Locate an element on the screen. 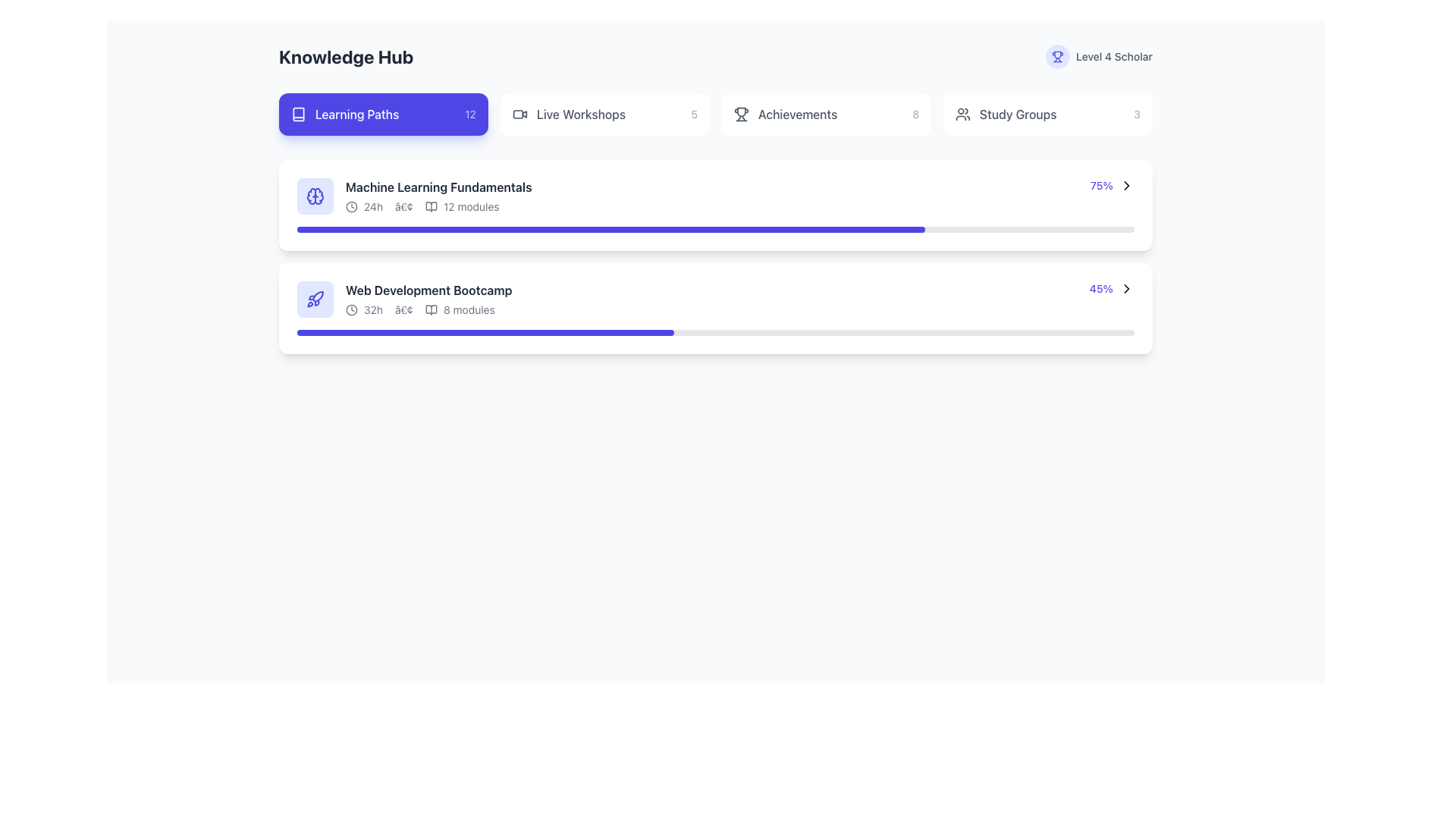 The image size is (1456, 819). the second interactive row in the list, labeled 'Web Development Bootcamp' is located at coordinates (404, 299).